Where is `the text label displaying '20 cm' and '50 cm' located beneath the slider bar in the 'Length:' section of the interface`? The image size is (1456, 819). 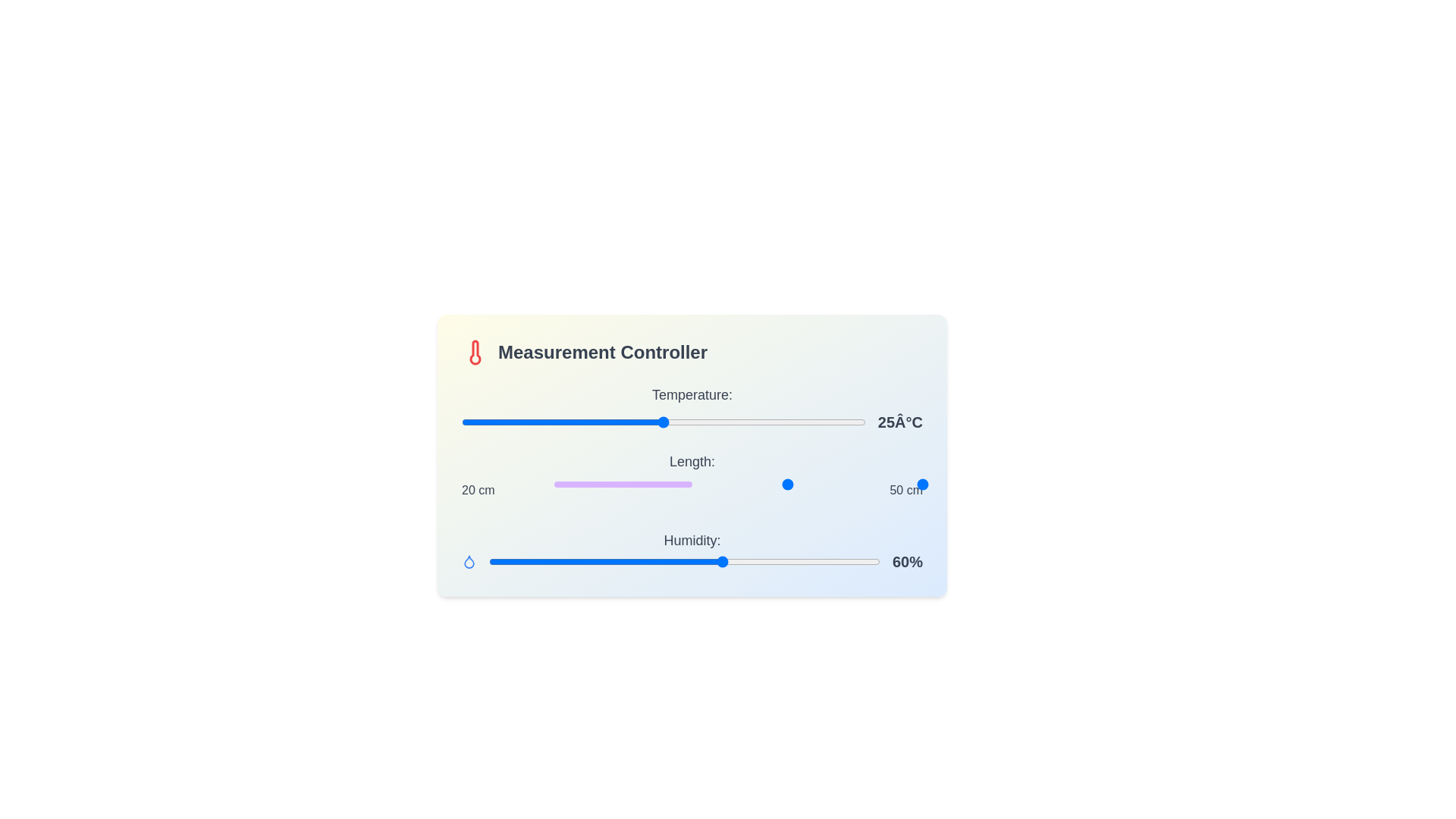 the text label displaying '20 cm' and '50 cm' located beneath the slider bar in the 'Length:' section of the interface is located at coordinates (691, 497).